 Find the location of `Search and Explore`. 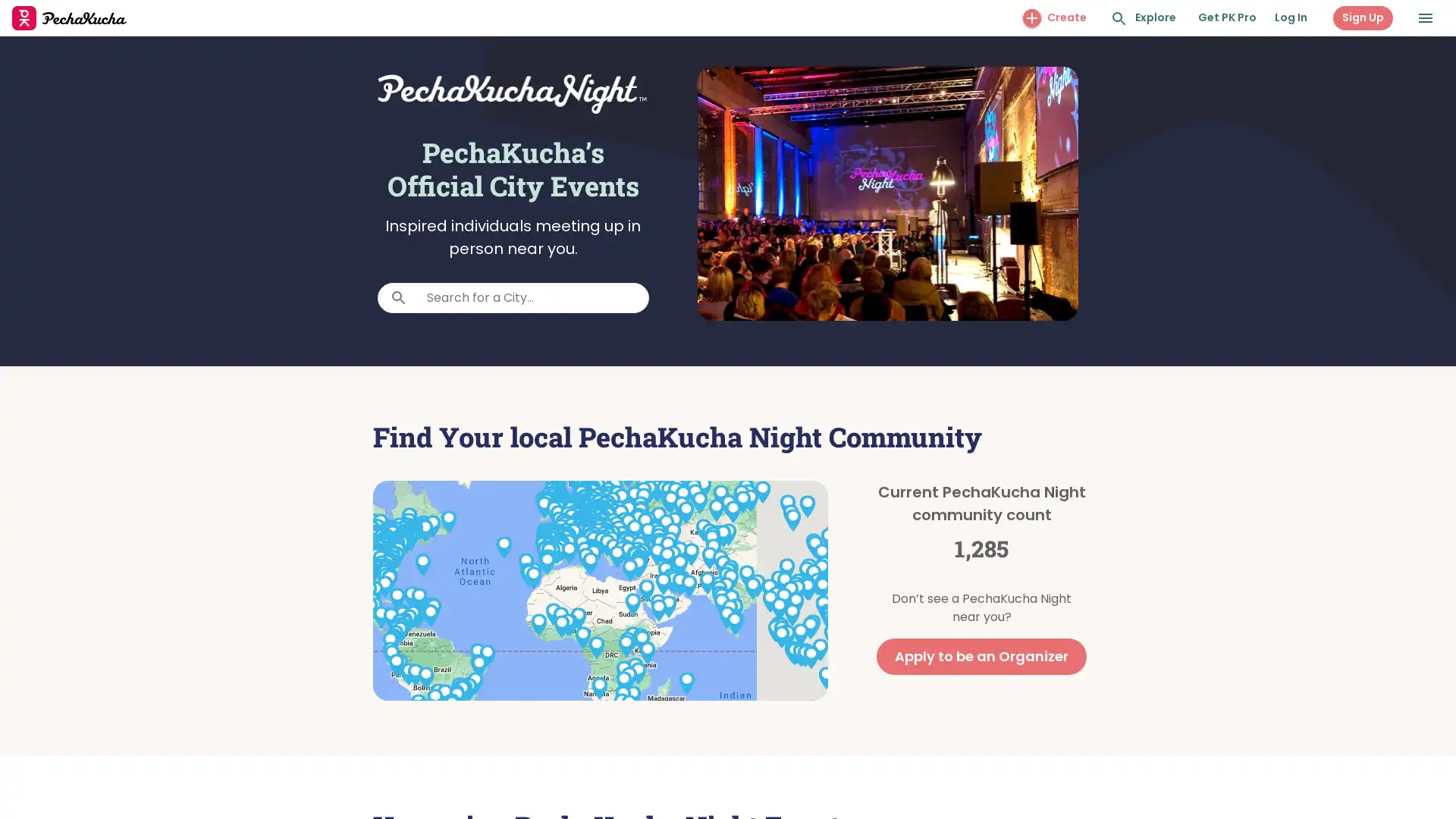

Search and Explore is located at coordinates (1119, 18).